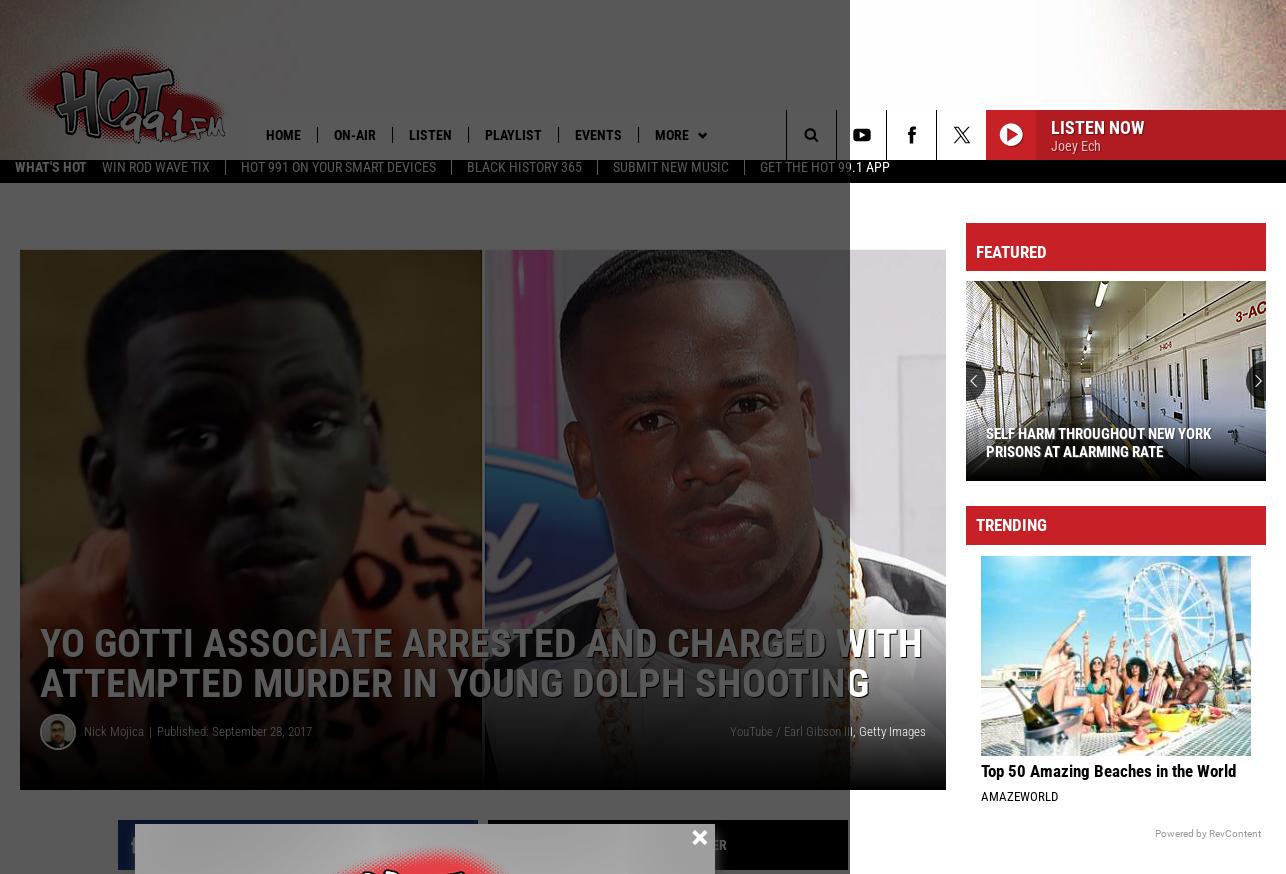  Describe the element at coordinates (234, 739) in the screenshot. I see `'Published: September 28, 2017'` at that location.